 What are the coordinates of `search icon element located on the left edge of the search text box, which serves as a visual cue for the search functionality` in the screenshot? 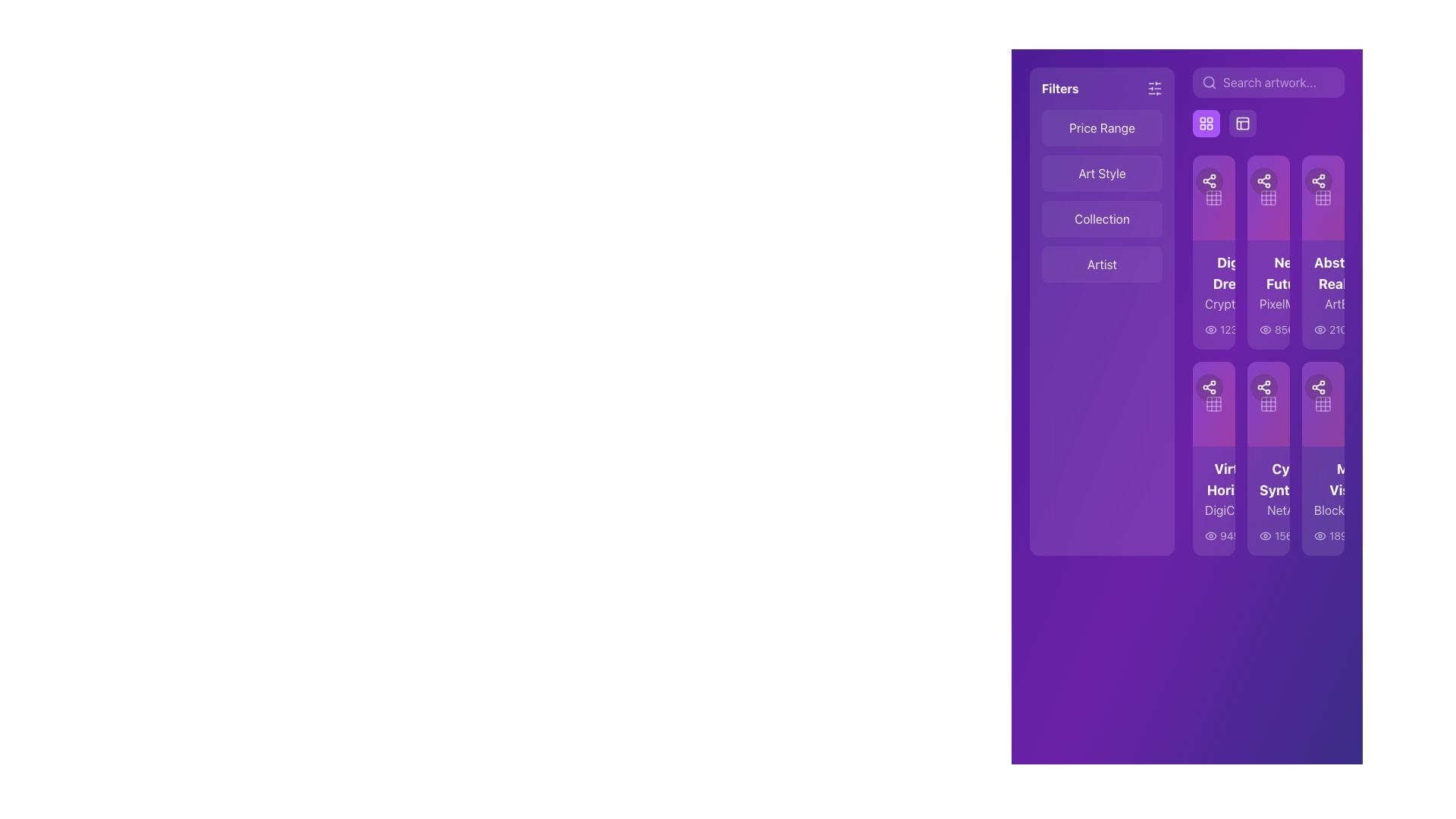 It's located at (1208, 82).